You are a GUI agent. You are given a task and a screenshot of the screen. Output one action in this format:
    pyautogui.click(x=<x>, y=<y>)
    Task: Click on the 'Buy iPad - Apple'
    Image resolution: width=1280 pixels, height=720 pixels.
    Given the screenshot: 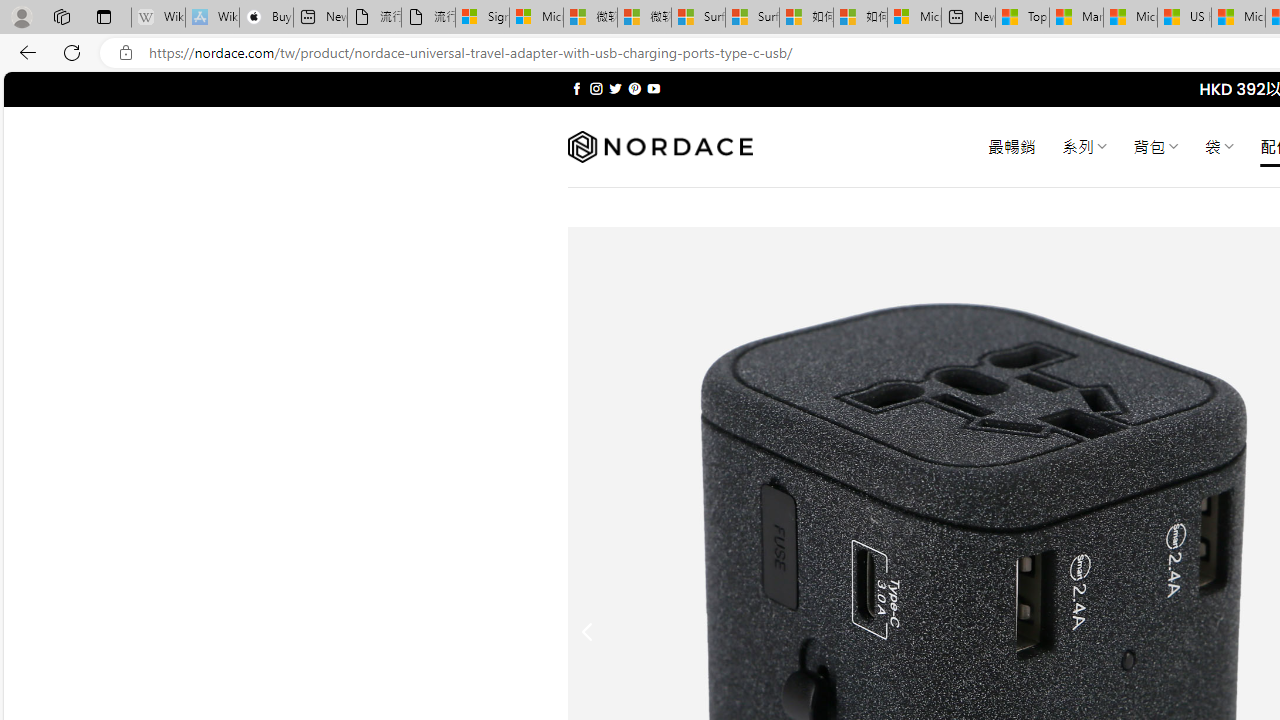 What is the action you would take?
    pyautogui.click(x=265, y=17)
    